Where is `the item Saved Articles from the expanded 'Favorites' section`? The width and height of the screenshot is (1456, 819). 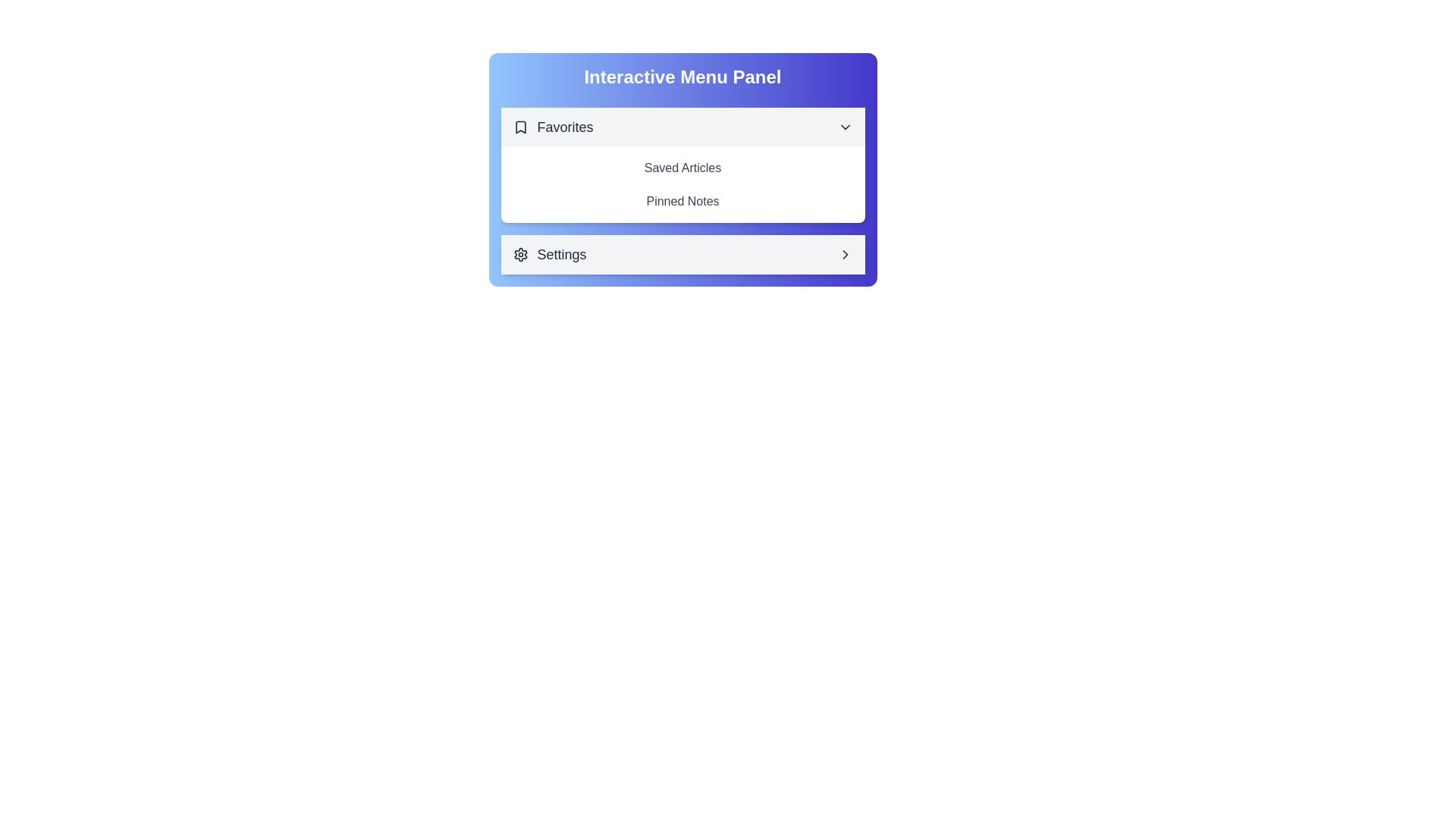
the item Saved Articles from the expanded 'Favorites' section is located at coordinates (682, 168).